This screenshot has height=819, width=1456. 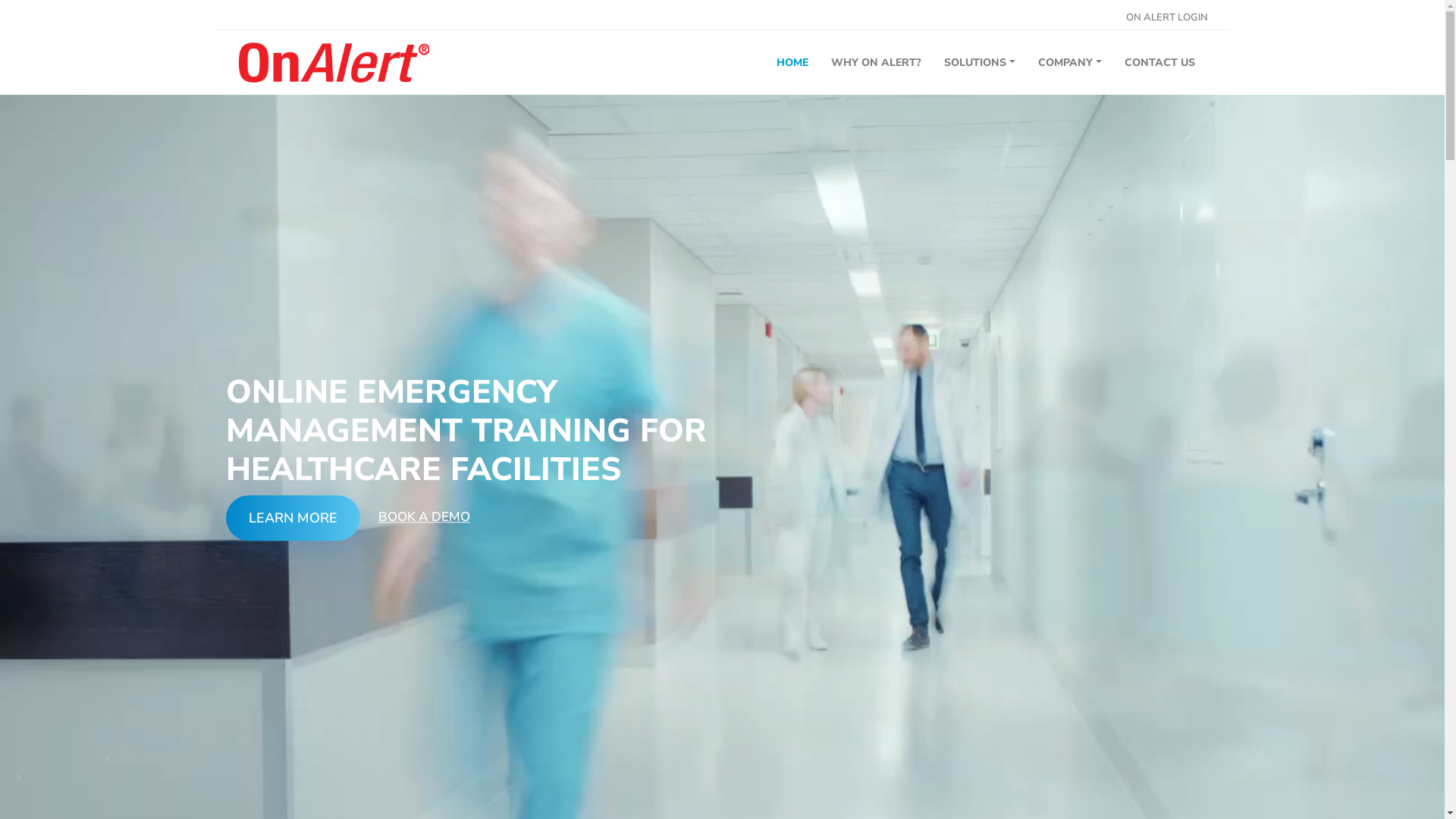 I want to click on 'ON ALERT LOGIN', so click(x=1125, y=17).